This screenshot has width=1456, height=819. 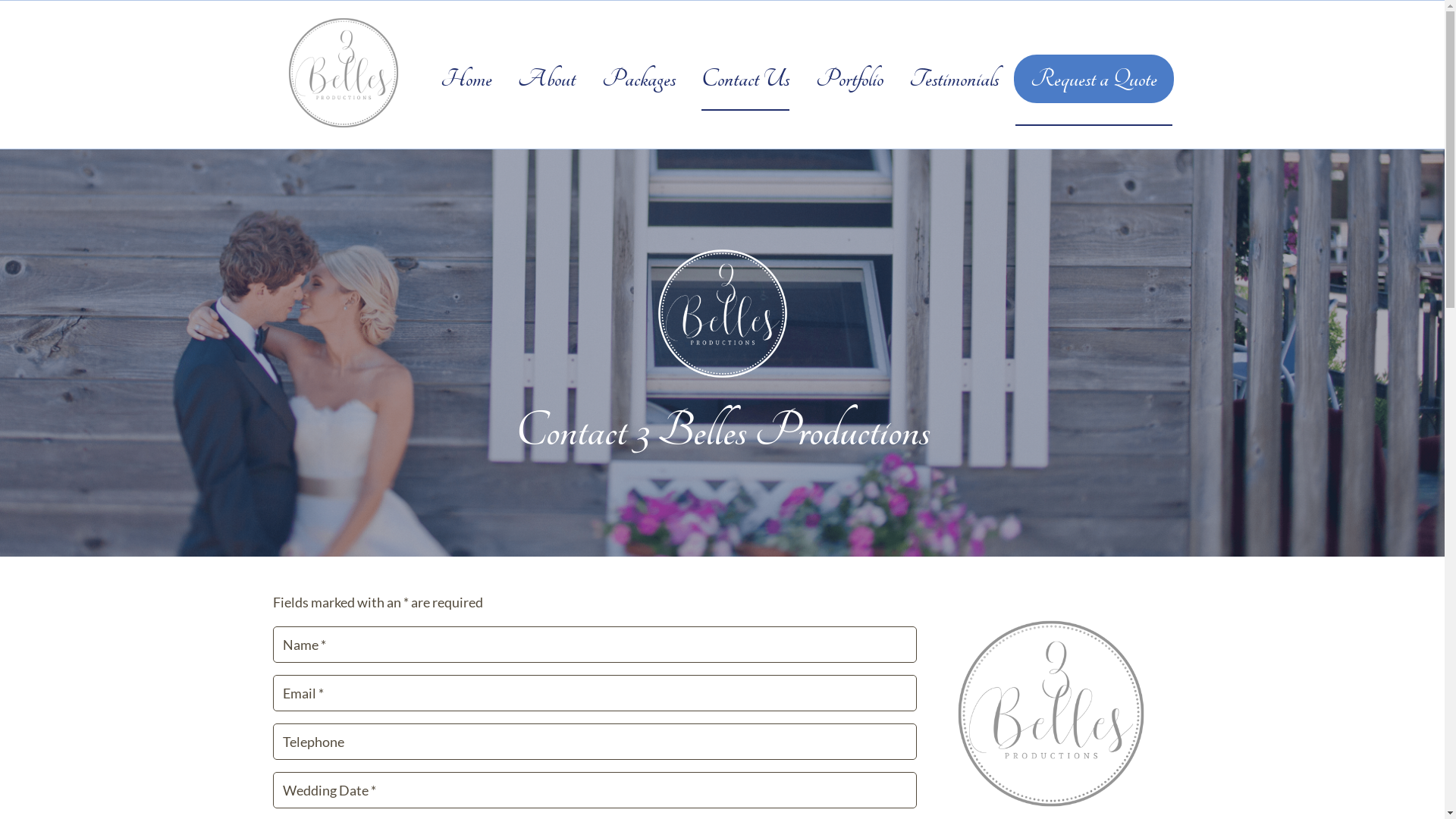 What do you see at coordinates (601, 79) in the screenshot?
I see `'Packages'` at bounding box center [601, 79].